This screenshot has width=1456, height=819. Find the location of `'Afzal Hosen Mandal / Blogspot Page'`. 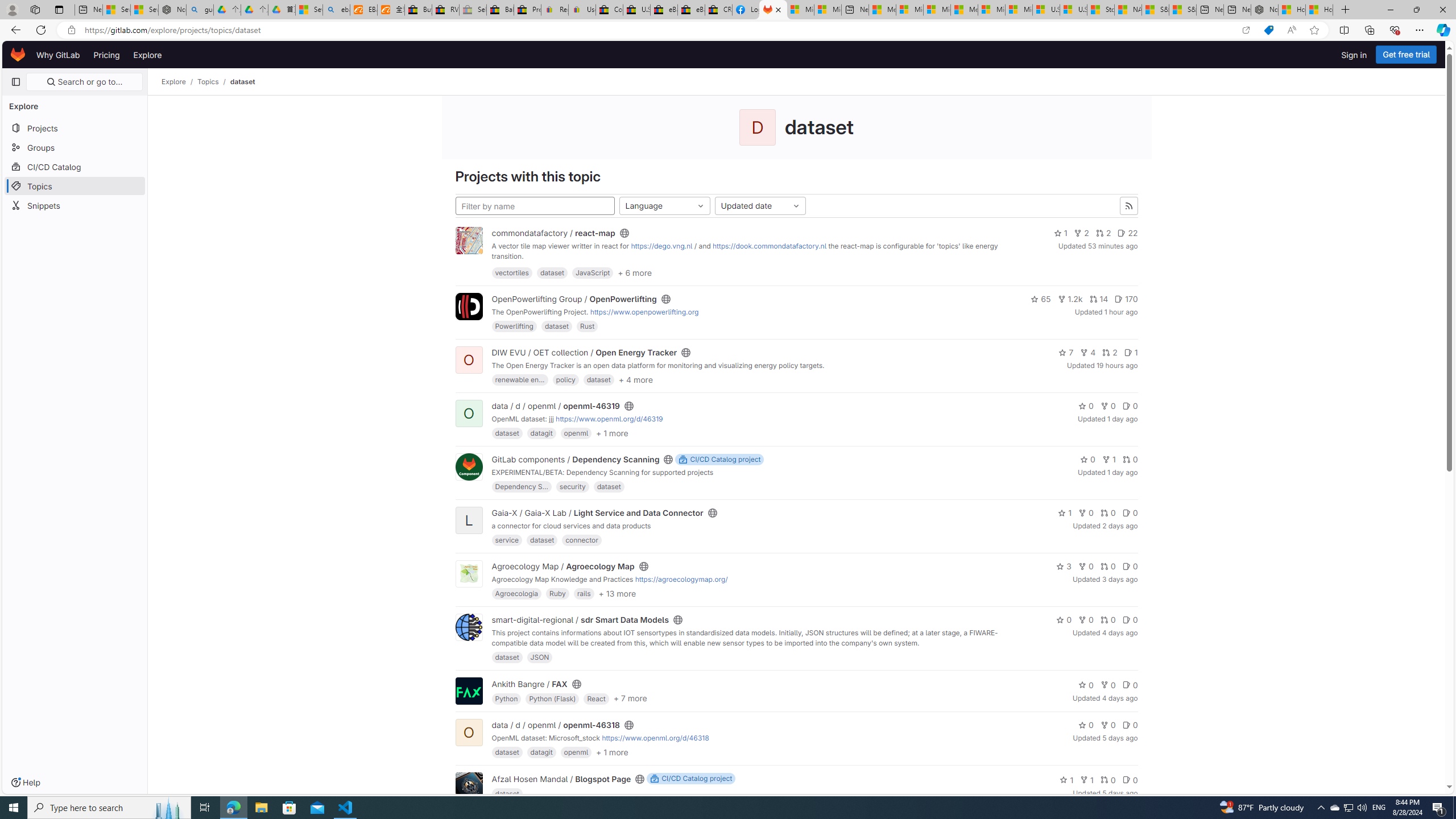

'Afzal Hosen Mandal / Blogspot Page' is located at coordinates (561, 777).